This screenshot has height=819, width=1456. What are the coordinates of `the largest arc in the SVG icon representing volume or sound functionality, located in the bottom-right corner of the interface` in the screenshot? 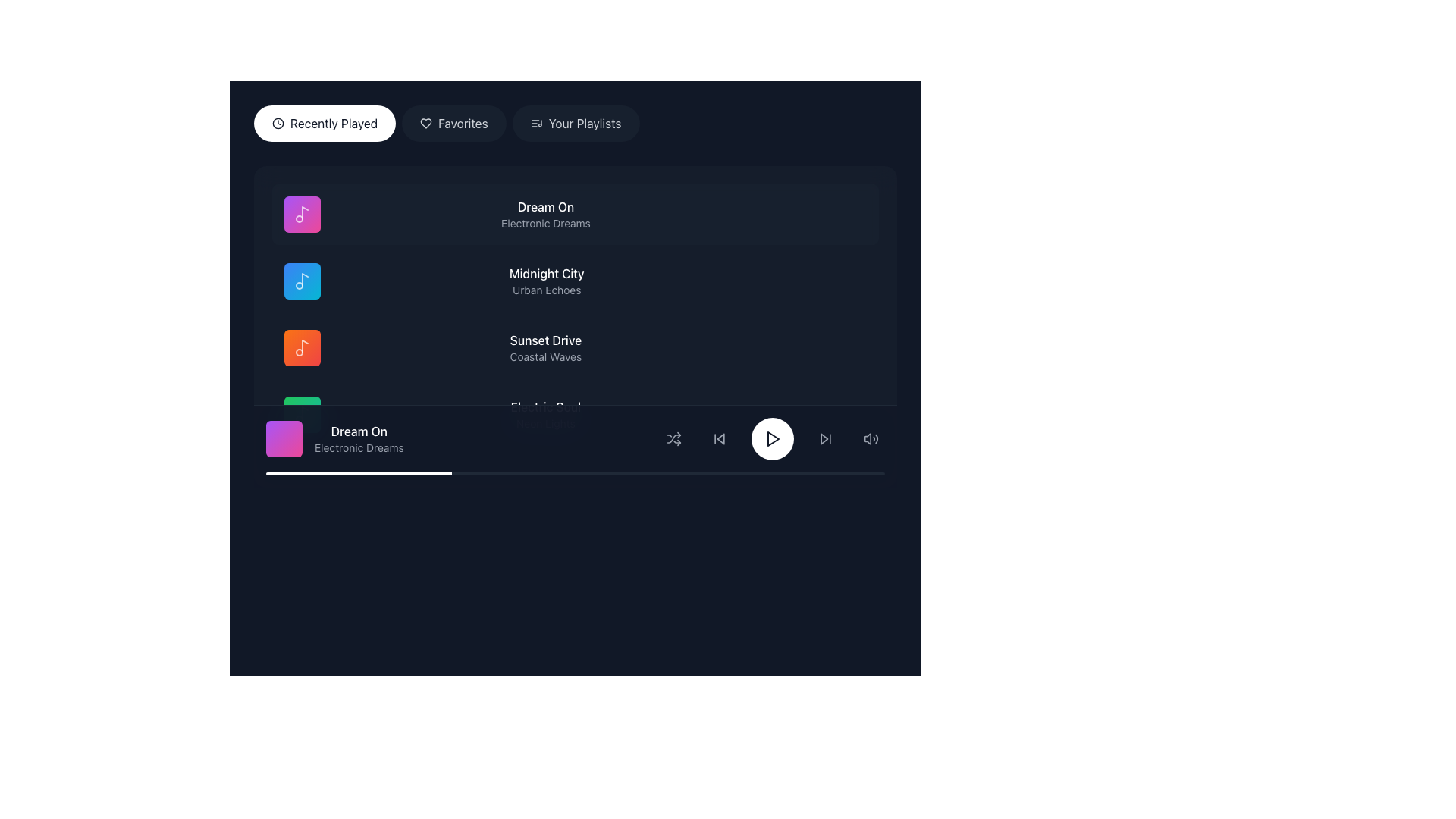 It's located at (877, 438).